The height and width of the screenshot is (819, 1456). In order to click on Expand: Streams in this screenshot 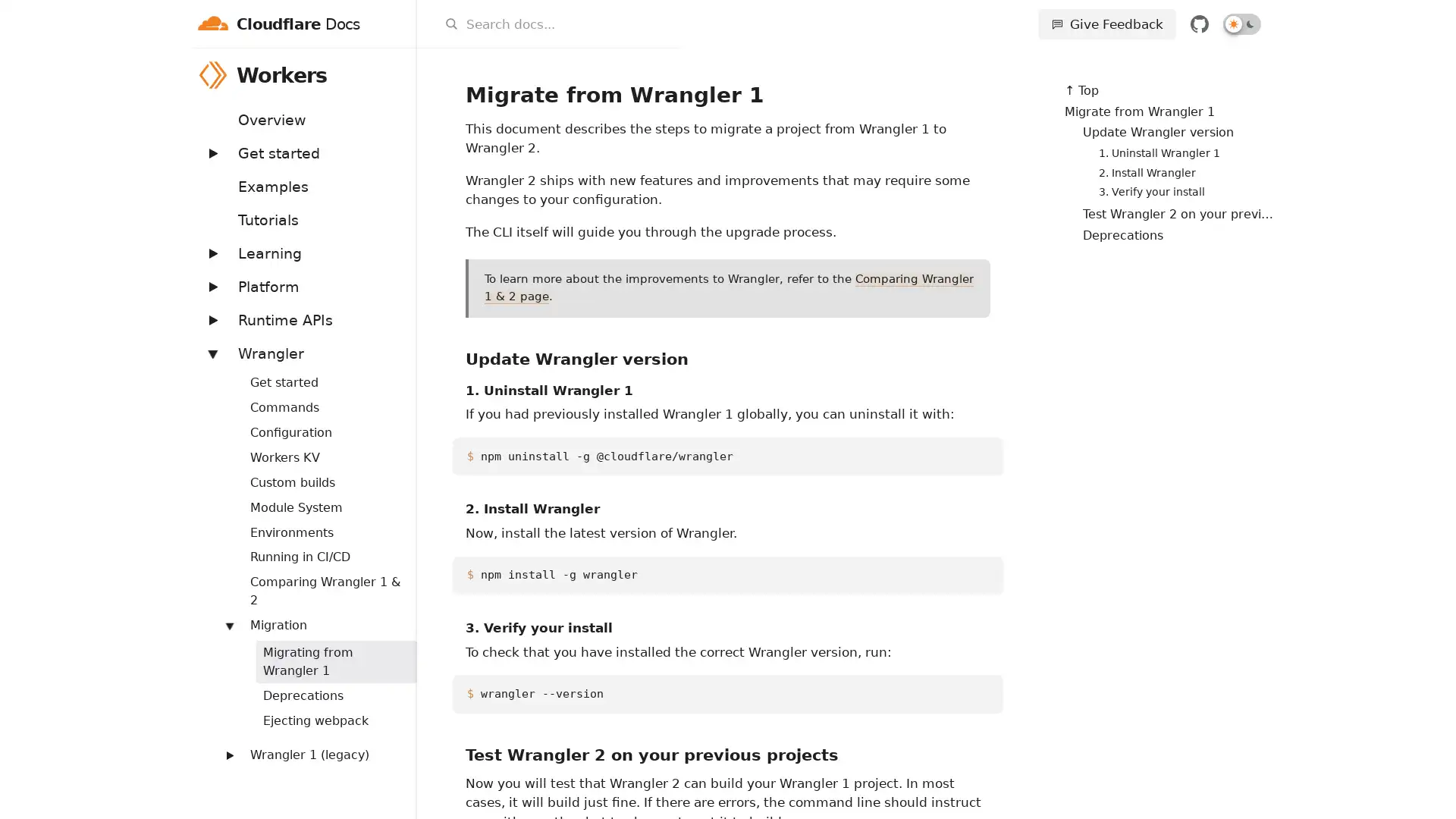, I will do `click(221, 698)`.